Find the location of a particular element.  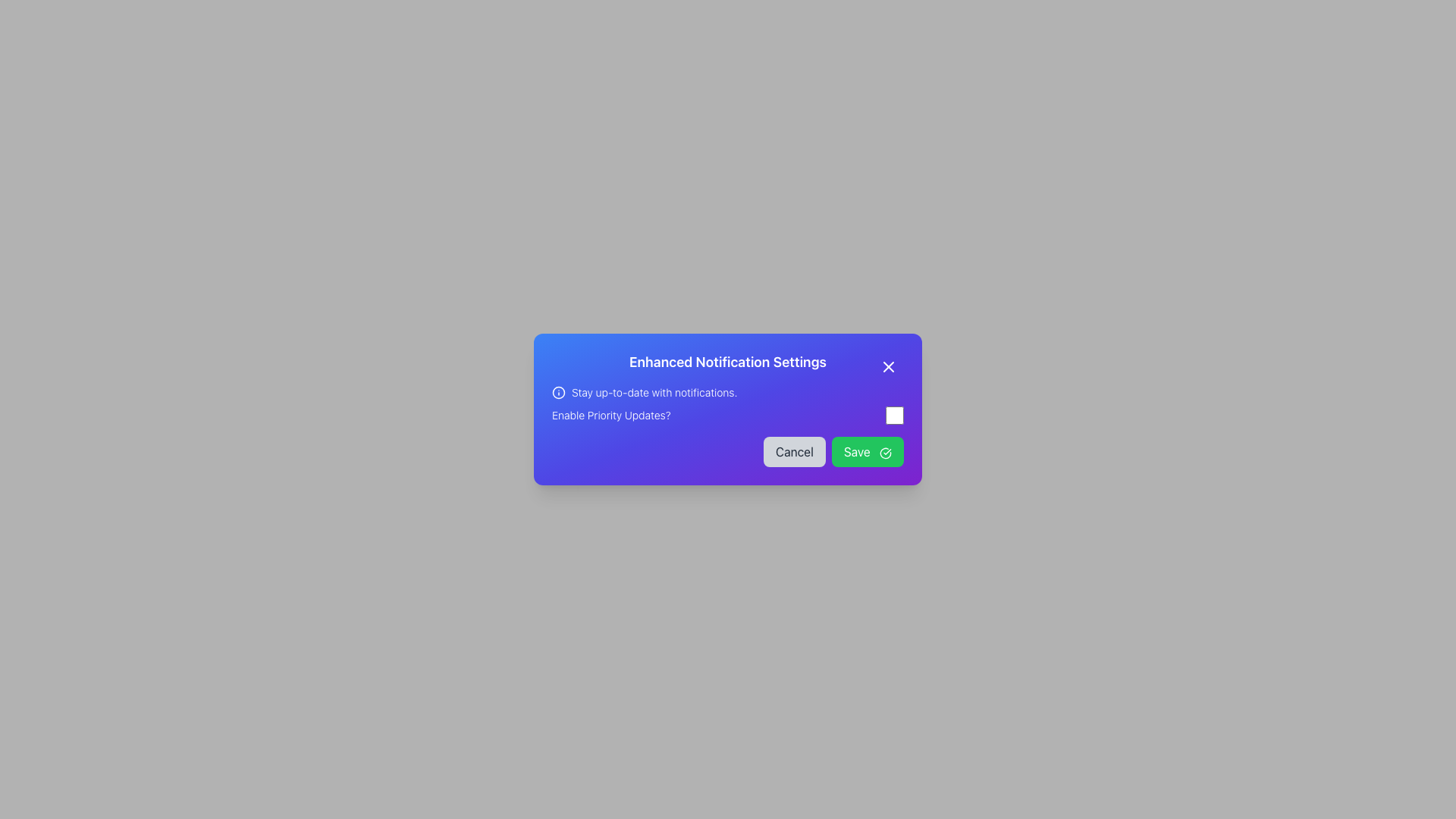

the informational icon in the 'Stay up-to-date with notifications.' text is located at coordinates (728, 391).